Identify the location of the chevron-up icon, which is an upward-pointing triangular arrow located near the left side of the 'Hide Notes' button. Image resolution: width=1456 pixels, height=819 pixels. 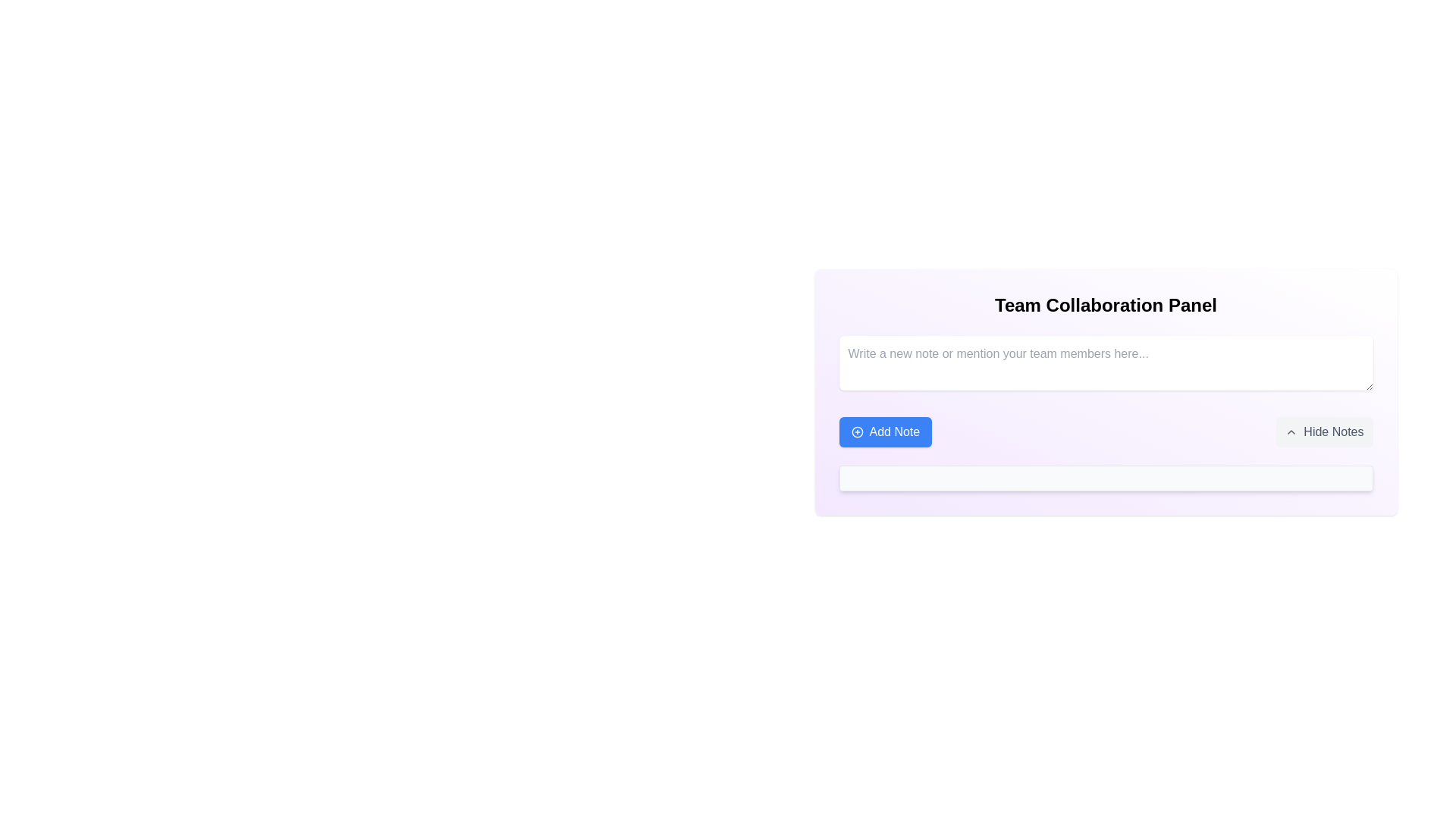
(1291, 432).